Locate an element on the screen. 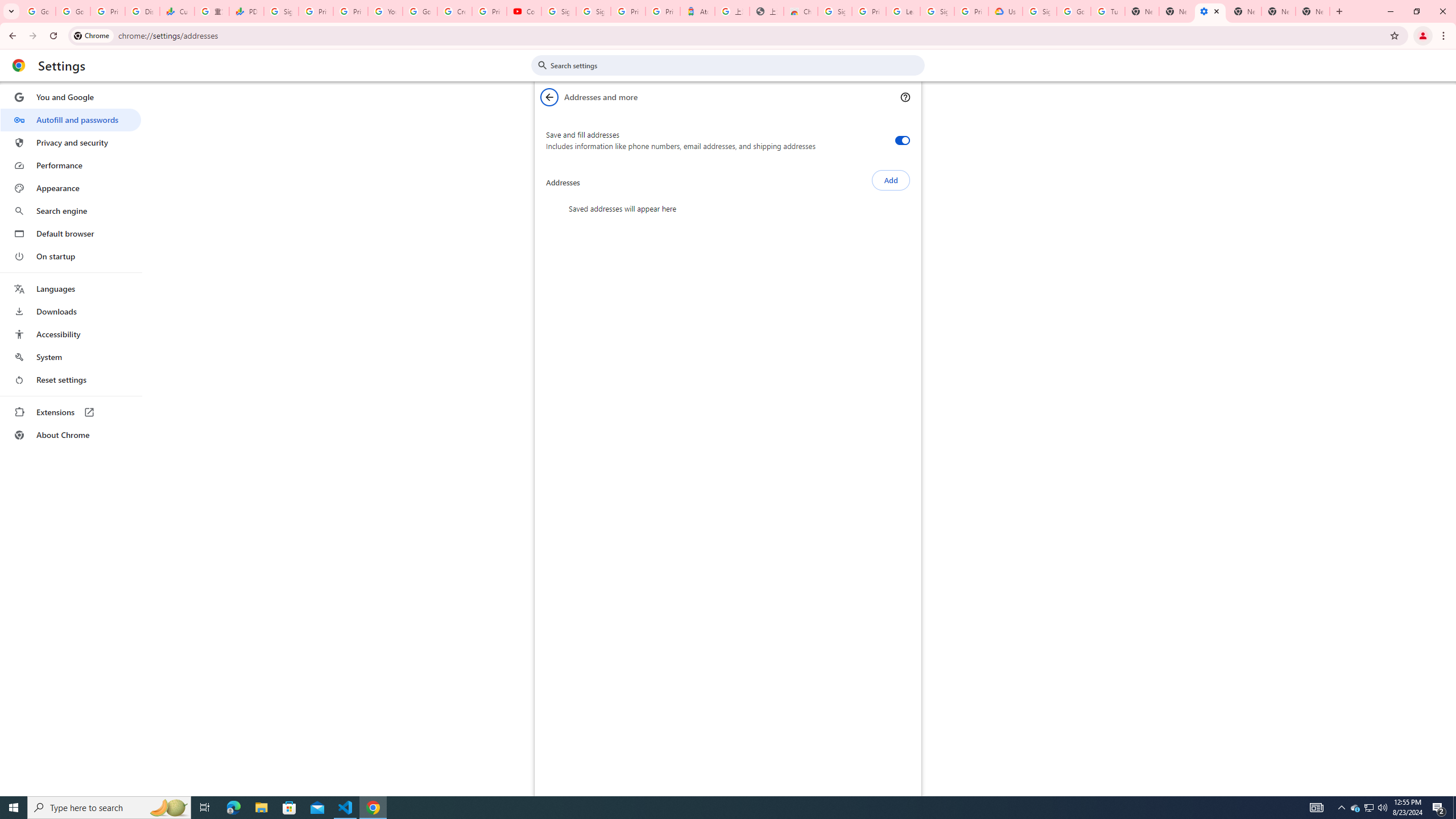 The image size is (1456, 819). 'Languages' is located at coordinates (70, 289).